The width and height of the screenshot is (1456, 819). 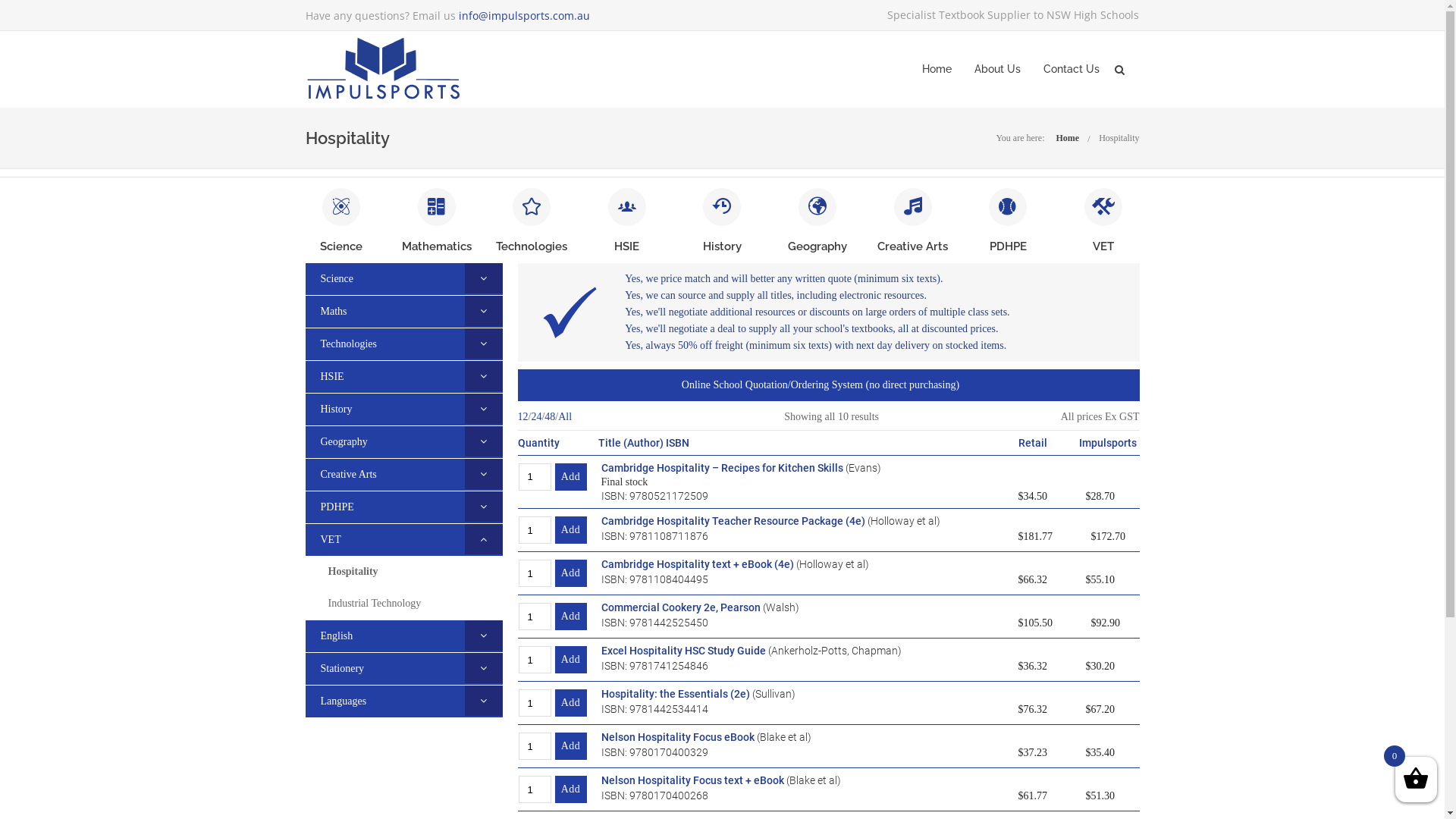 I want to click on 'Qty', so click(x=535, y=789).